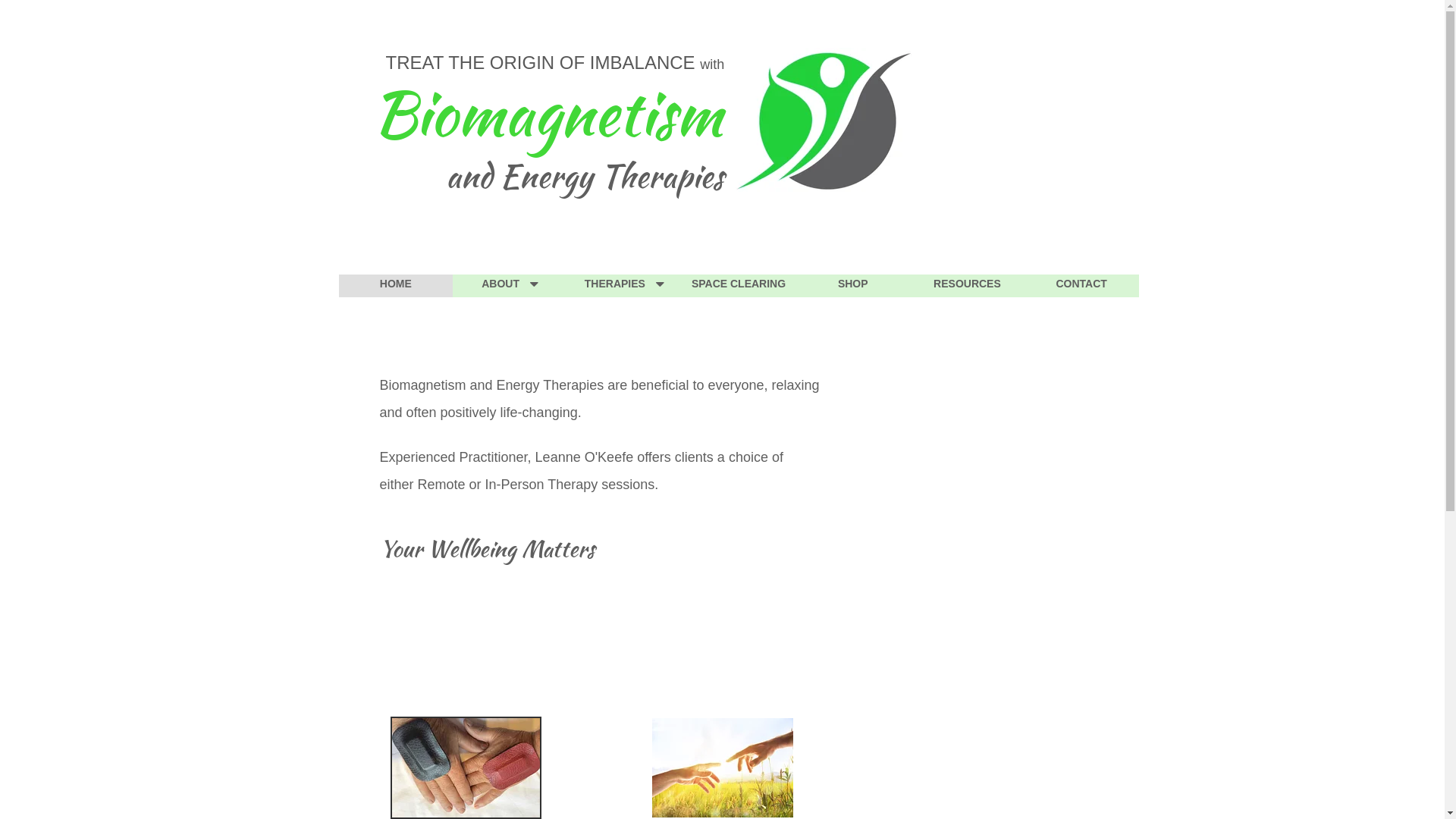 The image size is (1456, 819). What do you see at coordinates (1024, 286) in the screenshot?
I see `'CONTACT'` at bounding box center [1024, 286].